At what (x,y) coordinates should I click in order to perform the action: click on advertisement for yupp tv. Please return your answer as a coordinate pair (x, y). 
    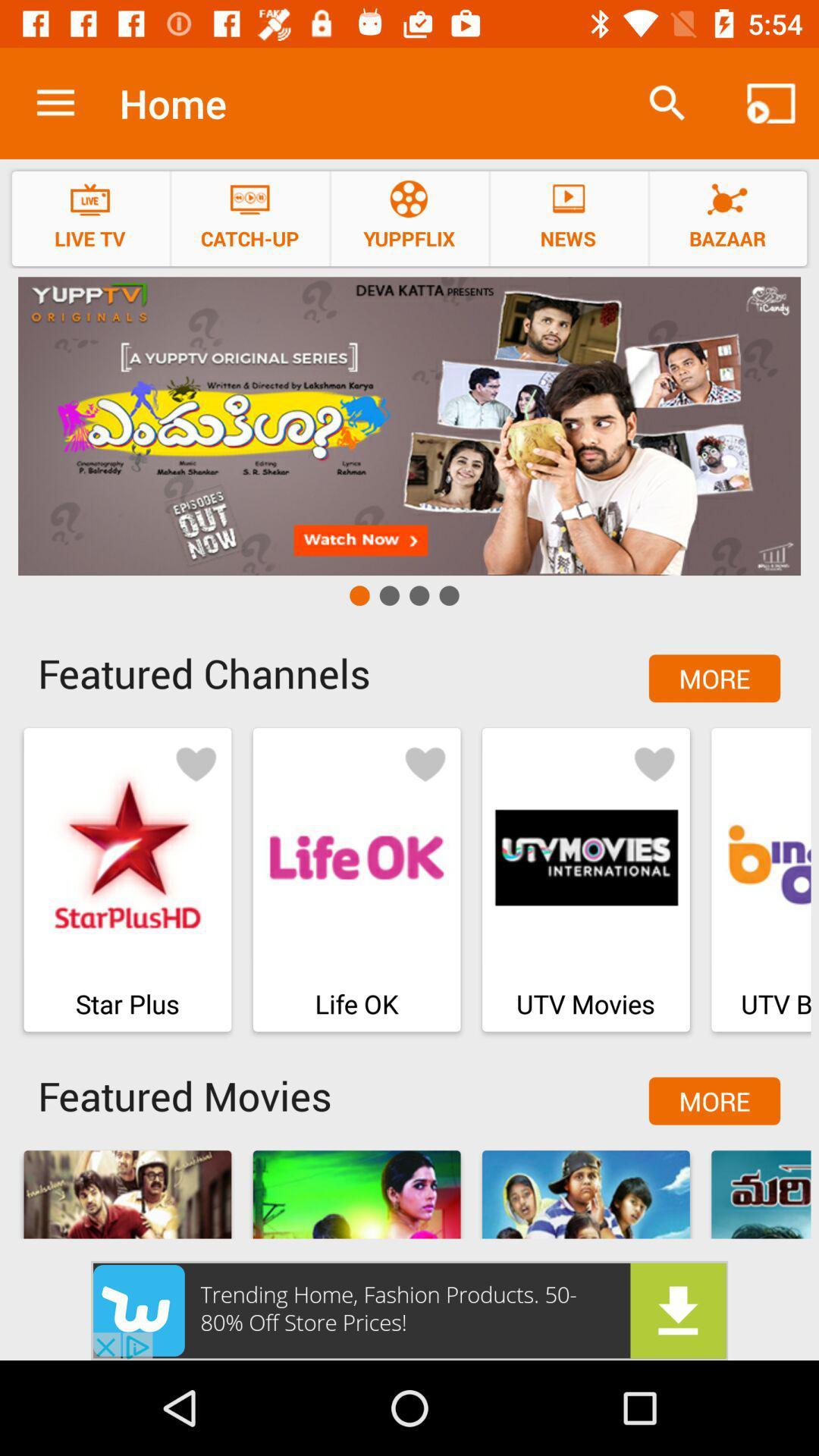
    Looking at the image, I should click on (409, 425).